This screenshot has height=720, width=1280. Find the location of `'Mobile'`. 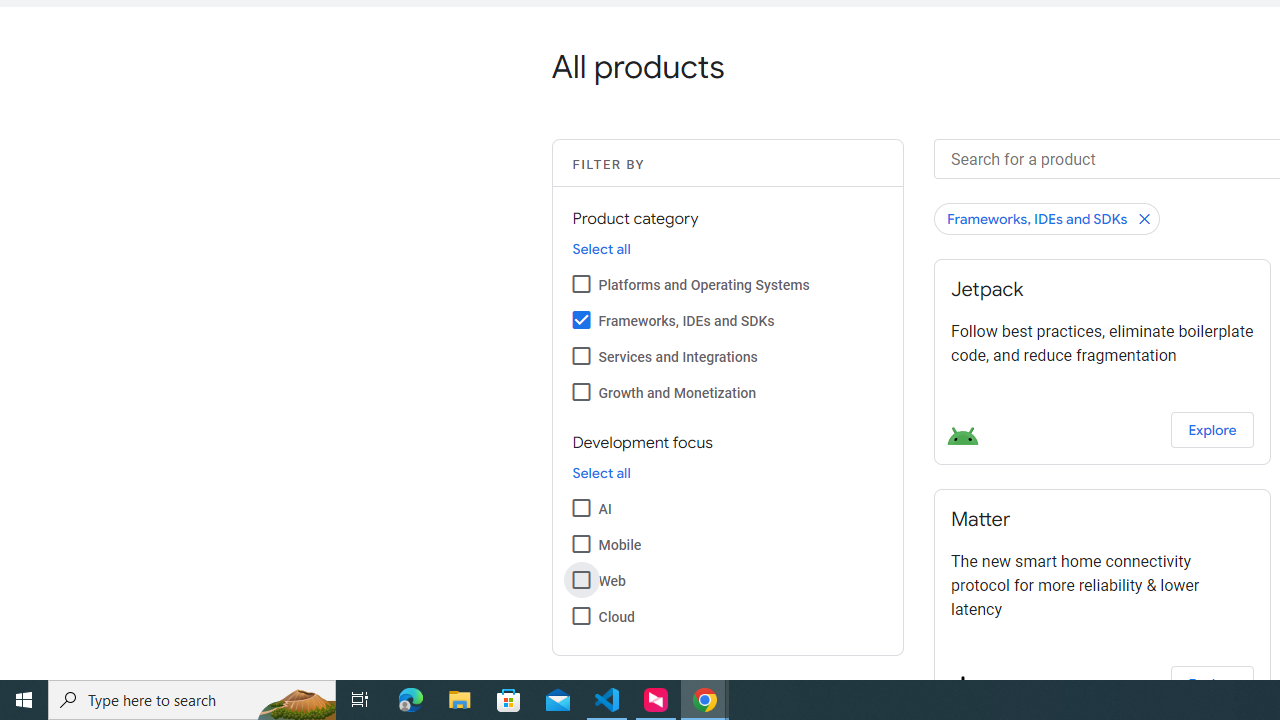

'Mobile' is located at coordinates (580, 543).